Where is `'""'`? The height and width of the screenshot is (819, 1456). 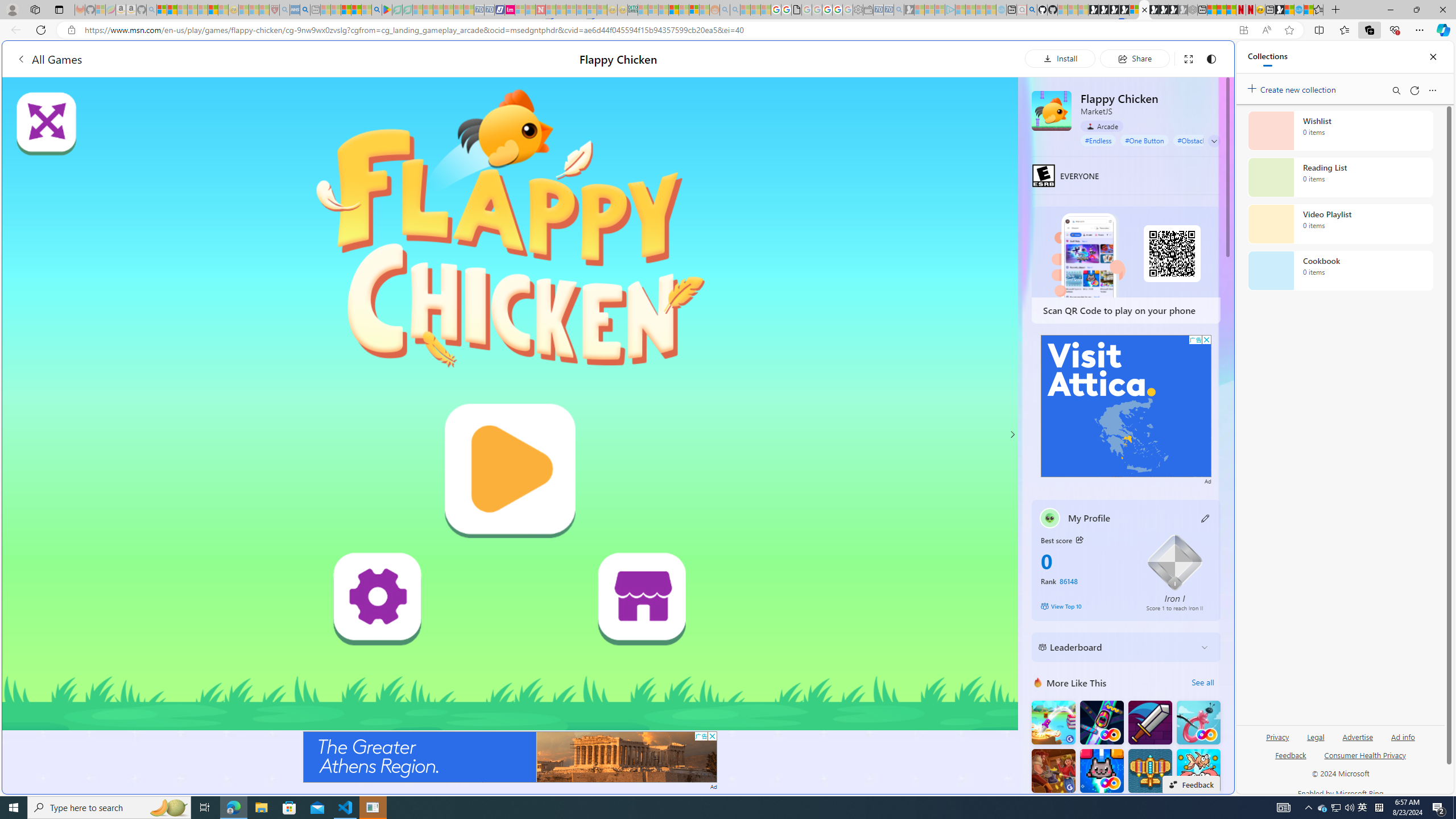
'""' is located at coordinates (1049, 518).